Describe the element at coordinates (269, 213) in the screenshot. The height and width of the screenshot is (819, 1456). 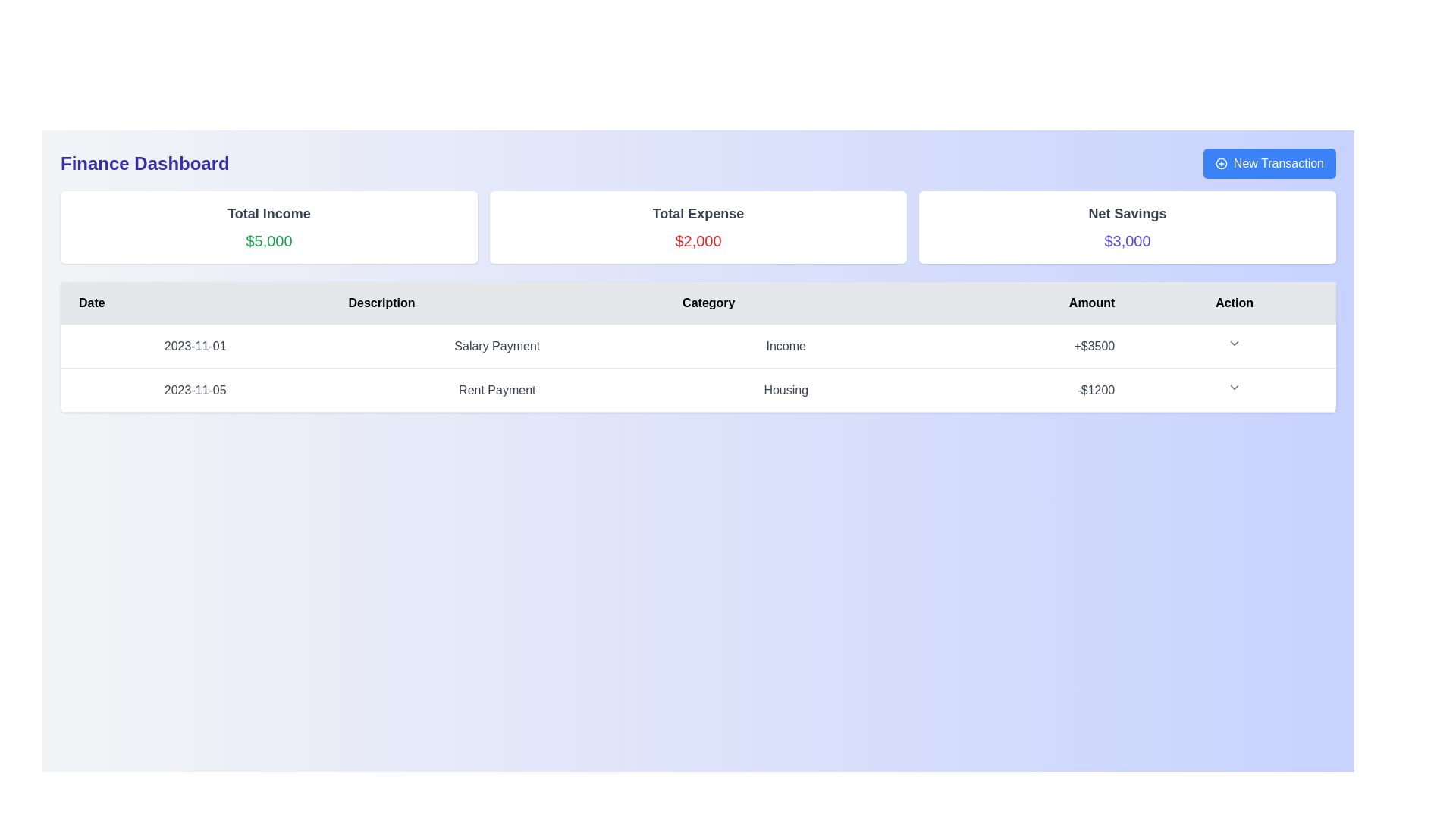
I see `the 'Total Income' text label located in the top-left section of the white card containing financial information, which is directly above the '$5,000' green text` at that location.